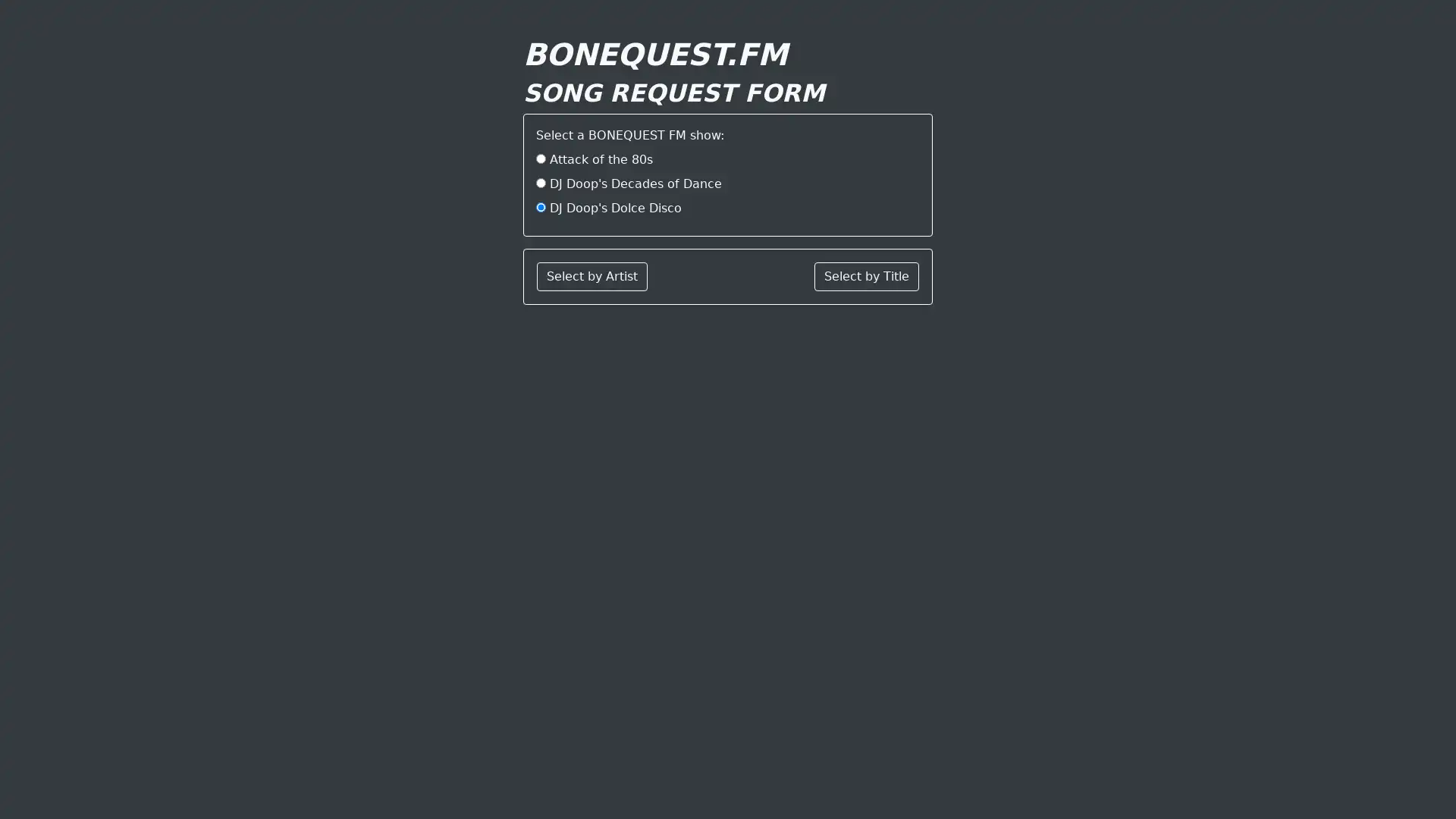  Describe the element at coordinates (591, 277) in the screenshot. I see `Select by Artist` at that location.